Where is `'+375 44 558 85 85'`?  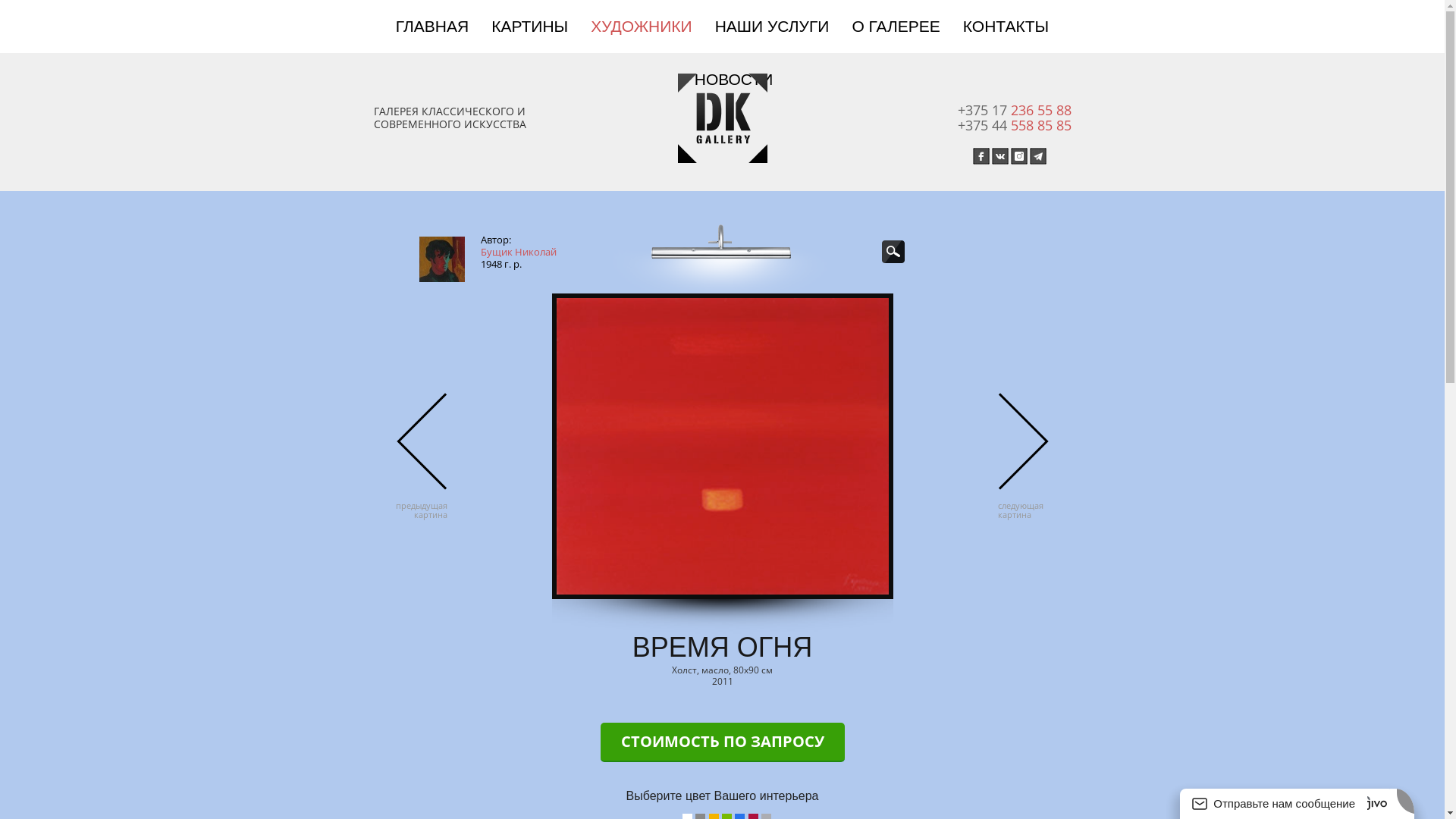 '+375 44 558 85 85' is located at coordinates (1014, 124).